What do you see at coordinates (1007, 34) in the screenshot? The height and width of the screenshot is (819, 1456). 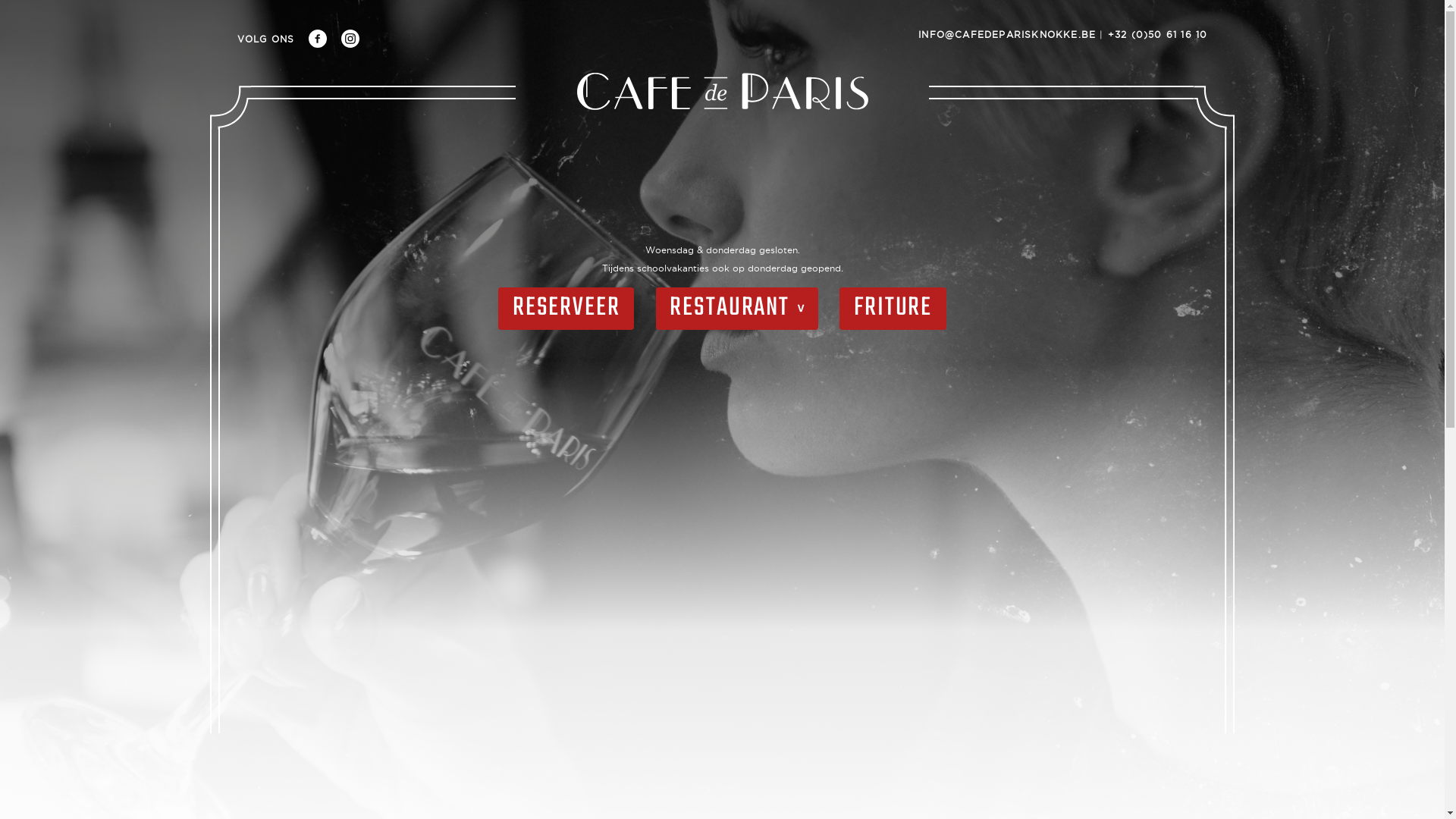 I see `'INFO@CAFEDEPARISKNOKKE.BE'` at bounding box center [1007, 34].